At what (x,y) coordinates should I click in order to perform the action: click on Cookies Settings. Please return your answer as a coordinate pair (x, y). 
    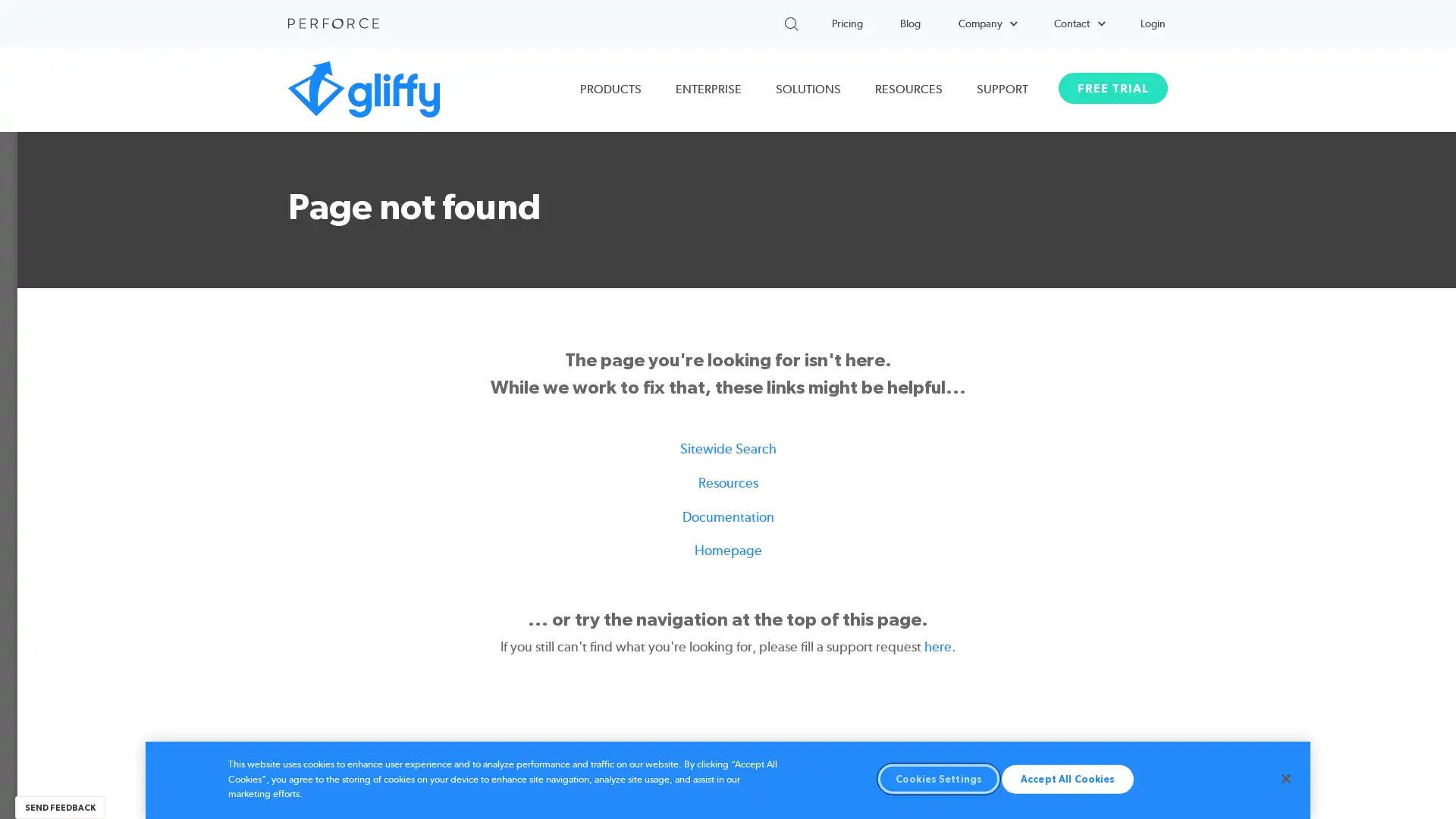
    Looking at the image, I should click on (938, 778).